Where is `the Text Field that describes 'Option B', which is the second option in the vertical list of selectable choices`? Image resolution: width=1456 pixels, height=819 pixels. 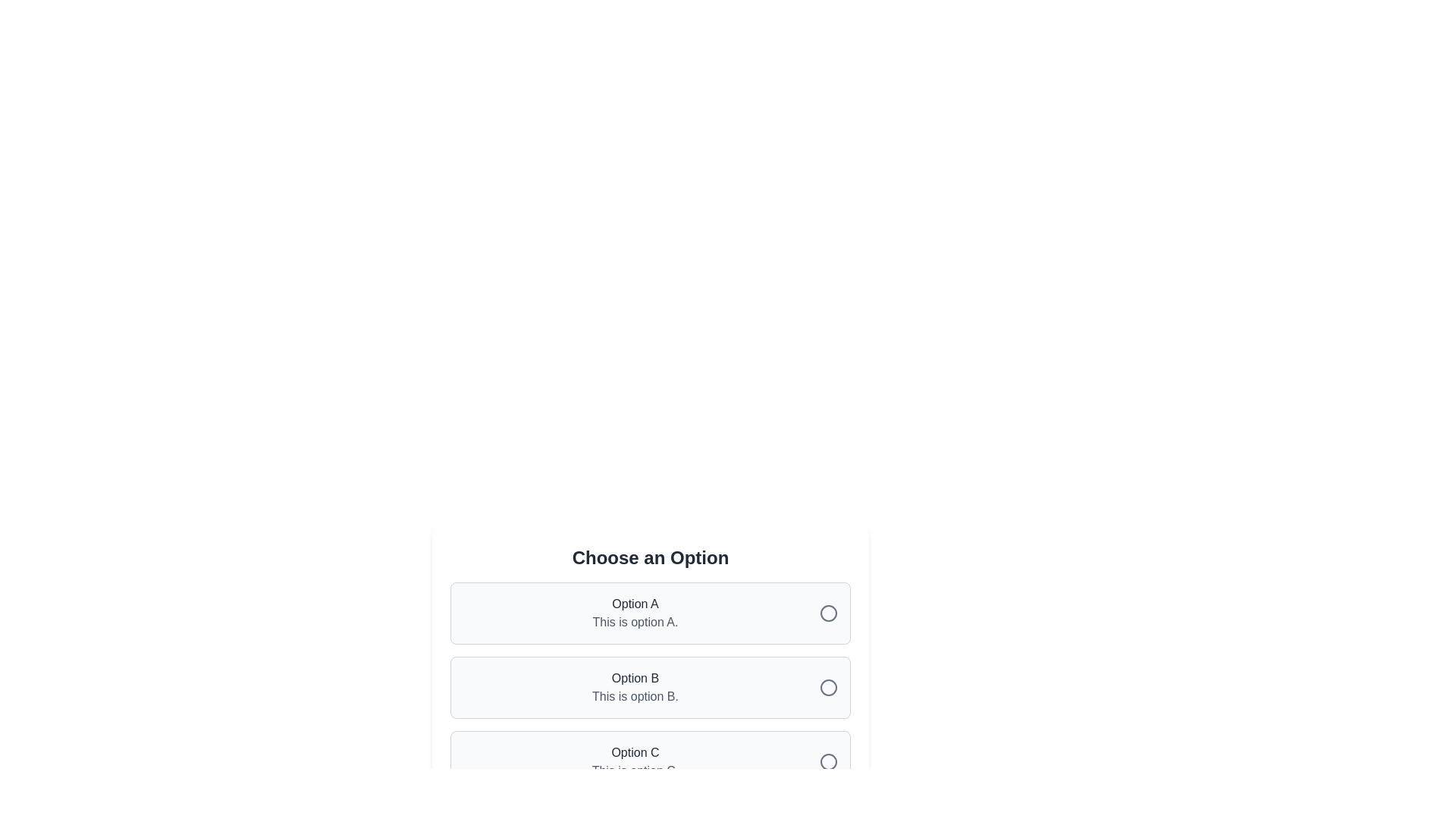 the Text Field that describes 'Option B', which is the second option in the vertical list of selectable choices is located at coordinates (635, 687).